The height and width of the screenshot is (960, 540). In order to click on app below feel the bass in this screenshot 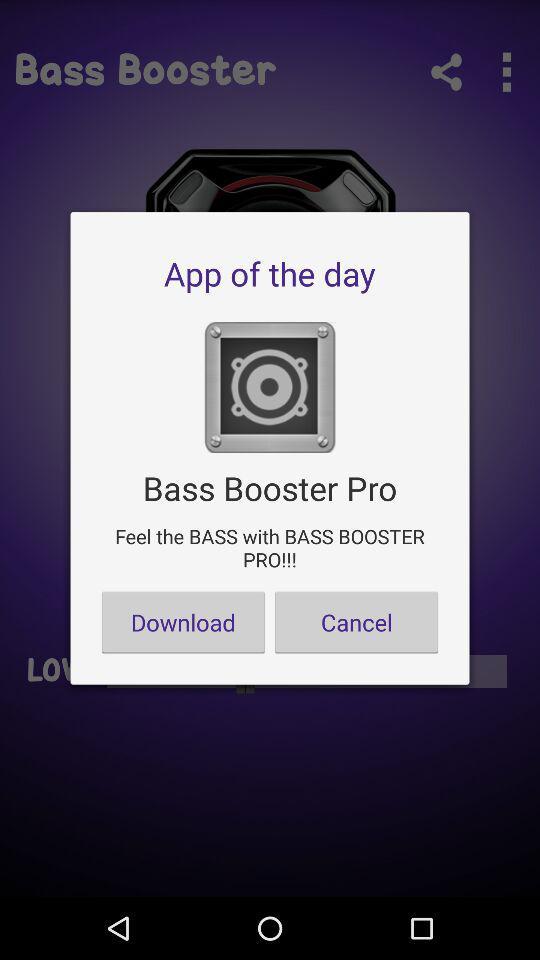, I will do `click(355, 621)`.